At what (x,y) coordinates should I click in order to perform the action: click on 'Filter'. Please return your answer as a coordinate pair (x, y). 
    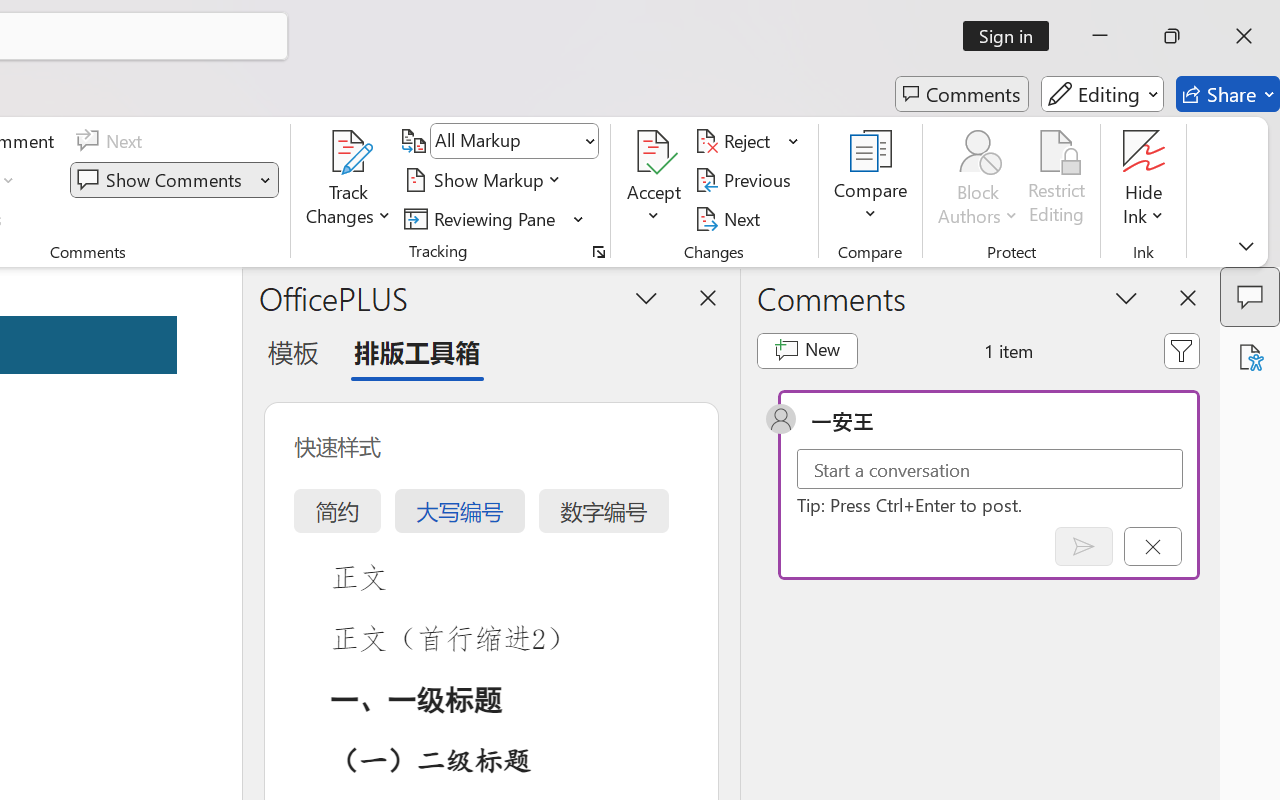
    Looking at the image, I should click on (1182, 350).